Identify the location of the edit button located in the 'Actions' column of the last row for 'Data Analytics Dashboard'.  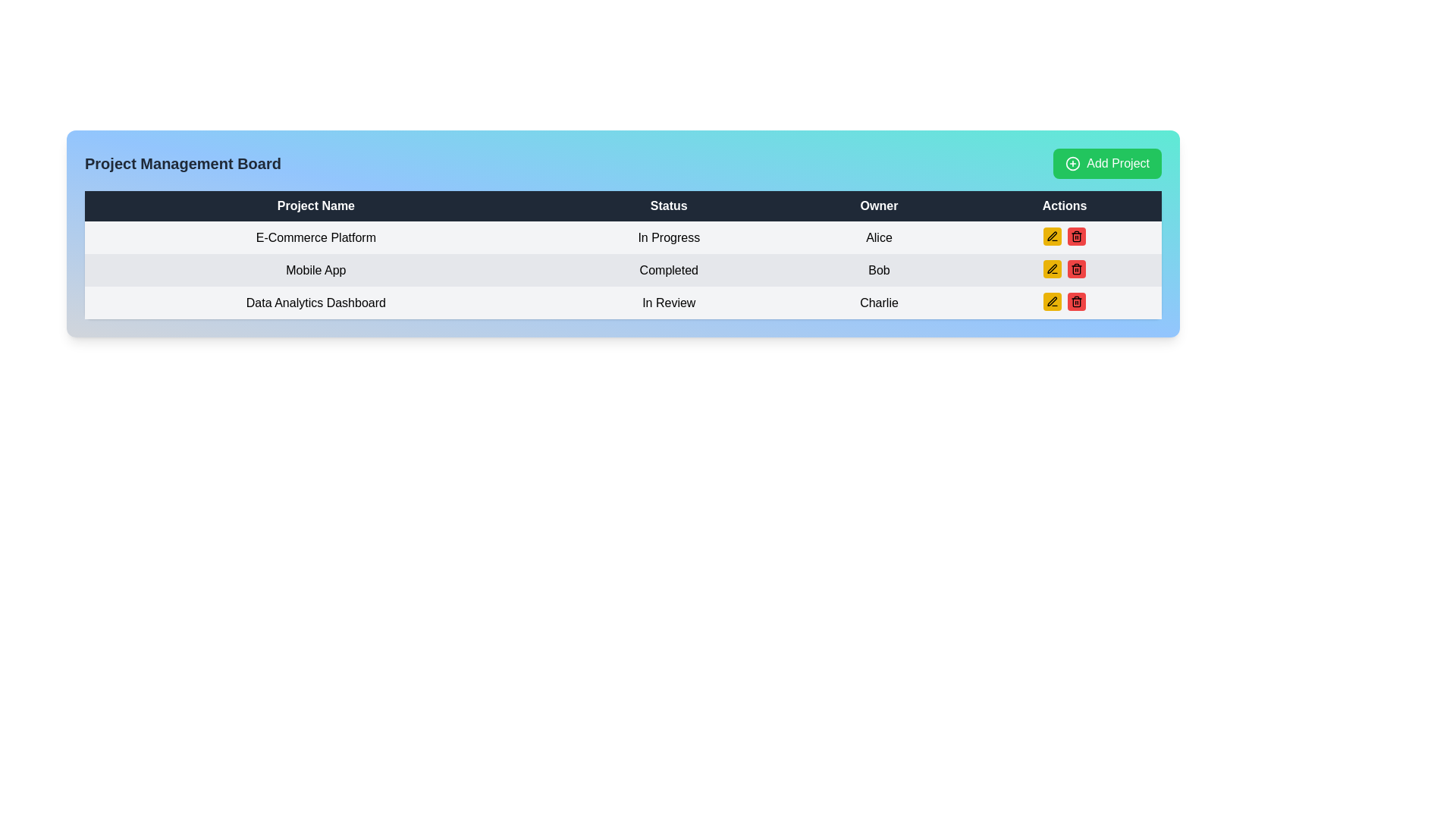
(1051, 301).